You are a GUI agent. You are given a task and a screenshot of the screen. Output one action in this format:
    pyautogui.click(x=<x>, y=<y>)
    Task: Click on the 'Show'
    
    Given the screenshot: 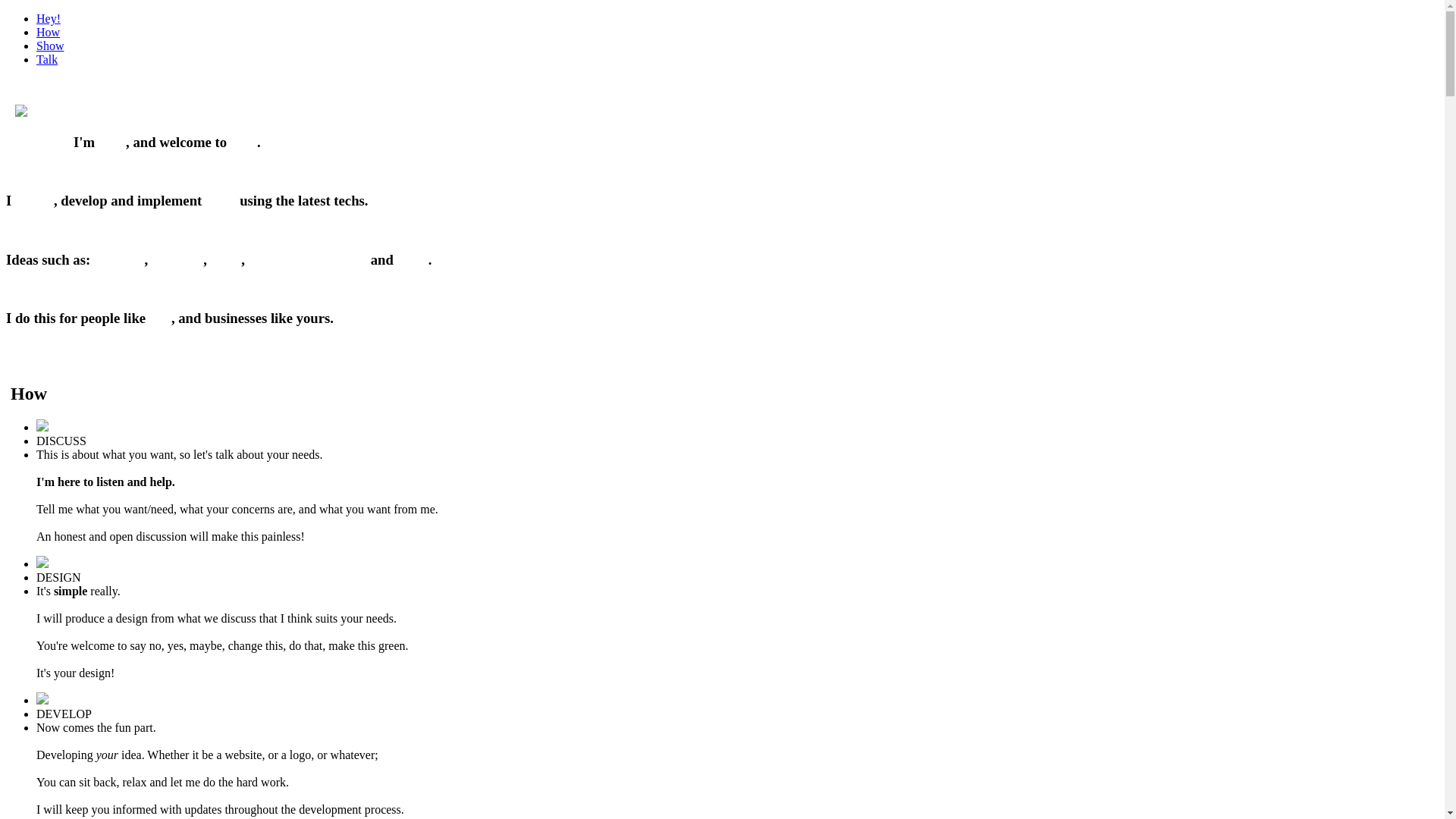 What is the action you would take?
    pyautogui.click(x=50, y=45)
    